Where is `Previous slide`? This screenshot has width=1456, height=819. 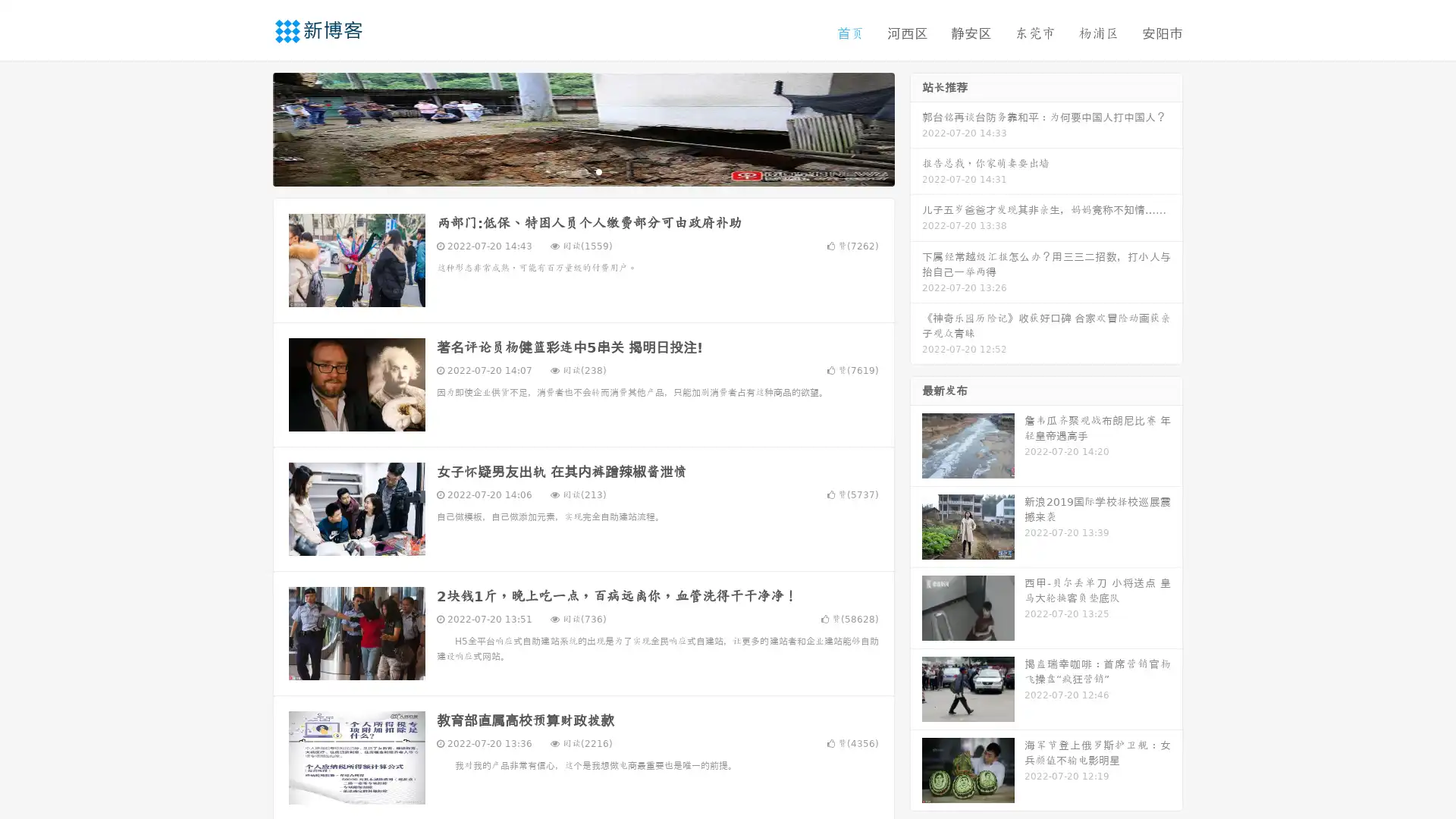 Previous slide is located at coordinates (250, 127).